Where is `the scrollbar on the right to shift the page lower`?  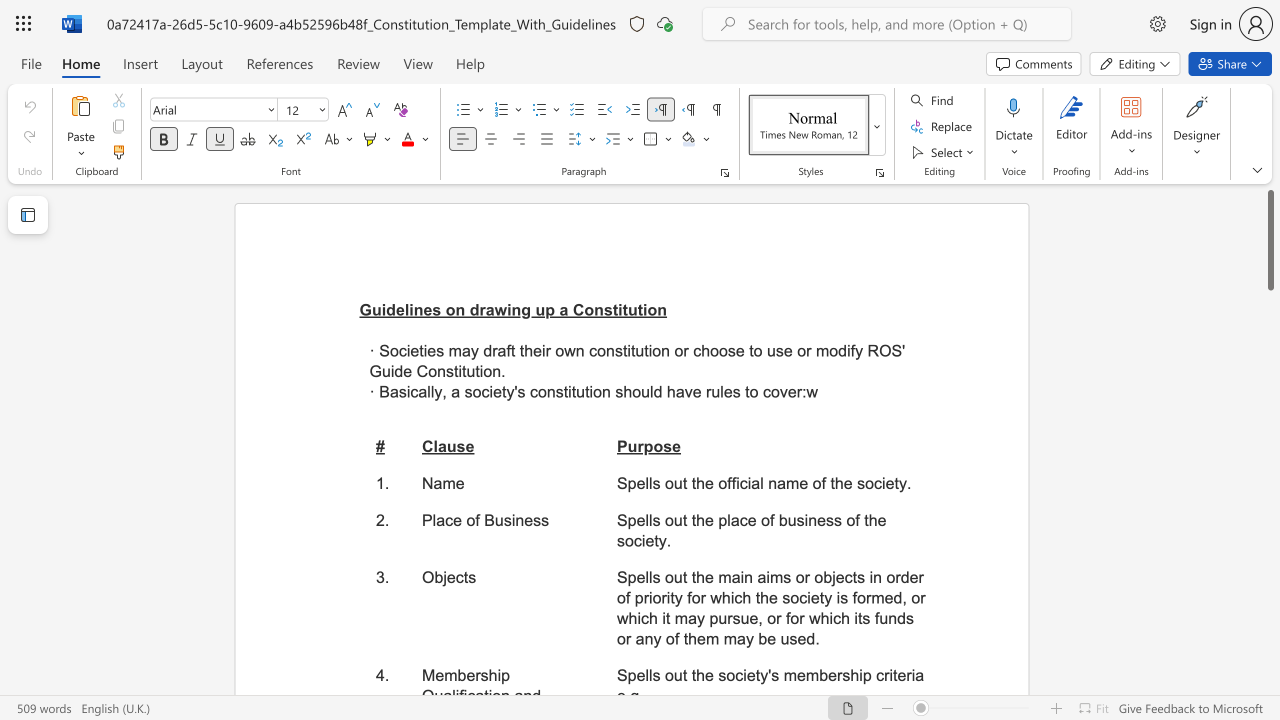 the scrollbar on the right to shift the page lower is located at coordinates (1269, 588).